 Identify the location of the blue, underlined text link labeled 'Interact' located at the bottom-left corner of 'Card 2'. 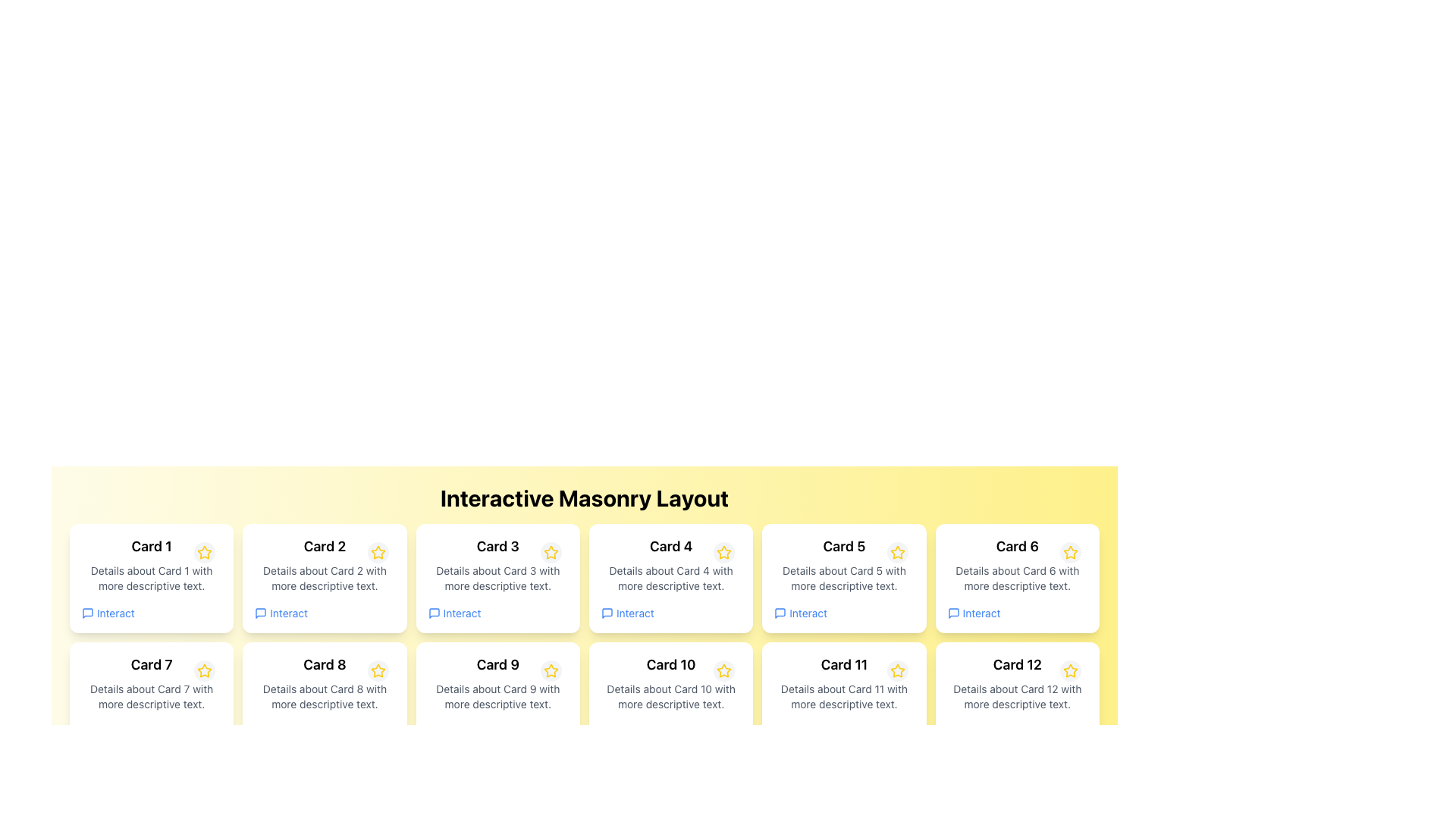
(281, 613).